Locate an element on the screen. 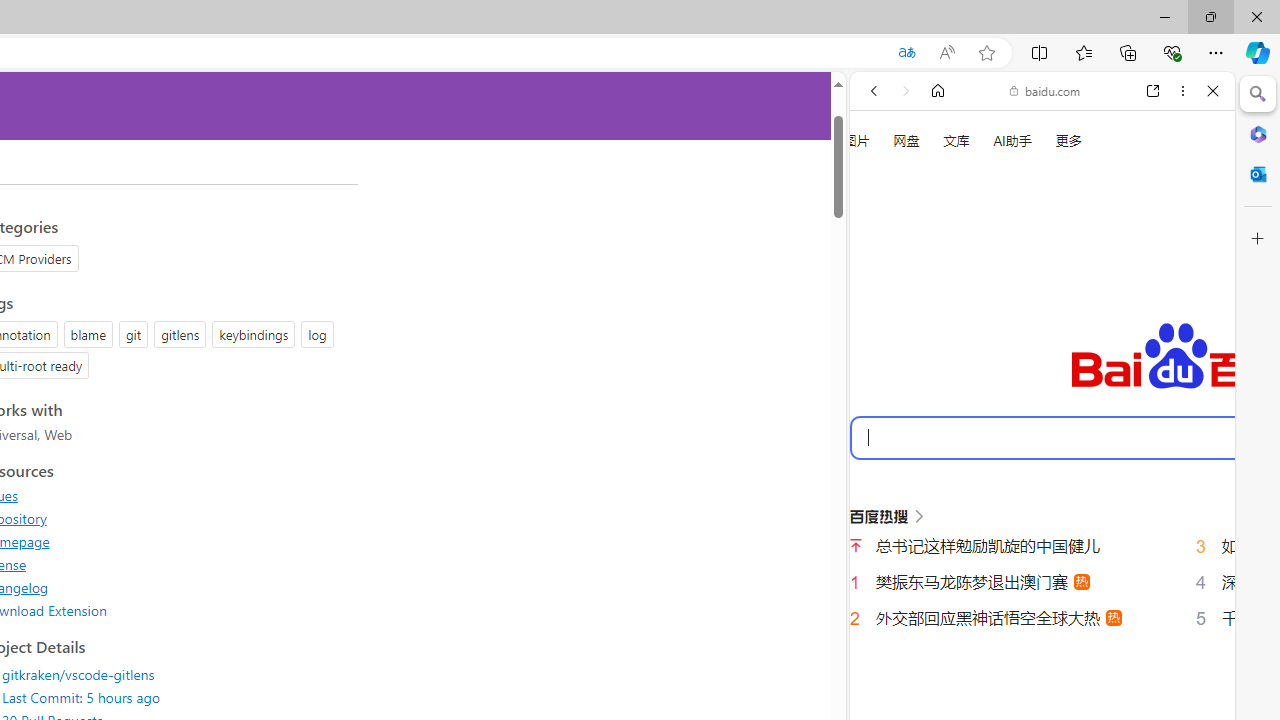 This screenshot has width=1280, height=720. 'More options' is located at coordinates (1182, 91).